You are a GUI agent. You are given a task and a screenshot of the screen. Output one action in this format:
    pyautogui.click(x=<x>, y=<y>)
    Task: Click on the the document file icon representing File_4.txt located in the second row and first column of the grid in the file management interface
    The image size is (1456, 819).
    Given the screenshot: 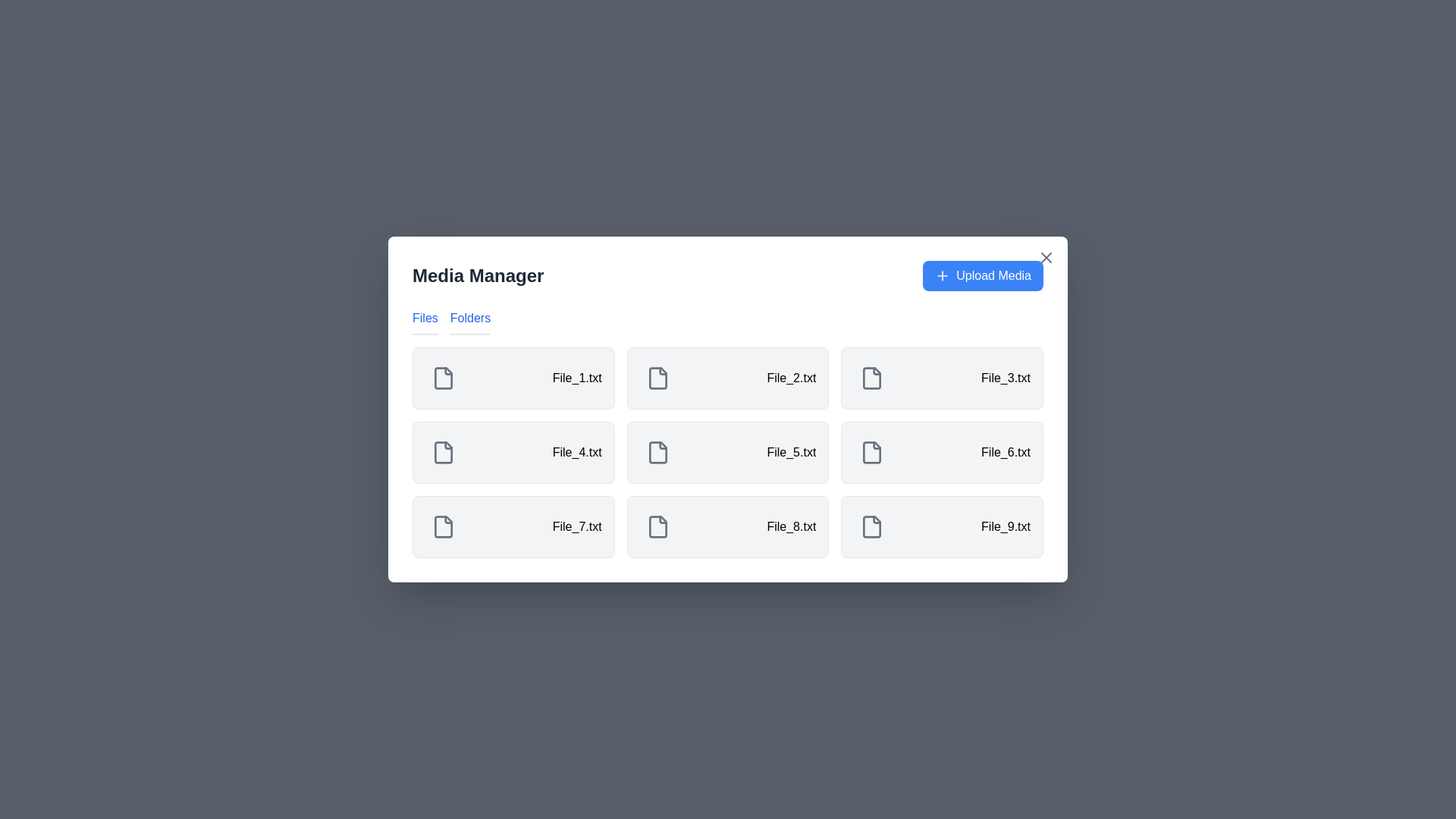 What is the action you would take?
    pyautogui.click(x=443, y=452)
    